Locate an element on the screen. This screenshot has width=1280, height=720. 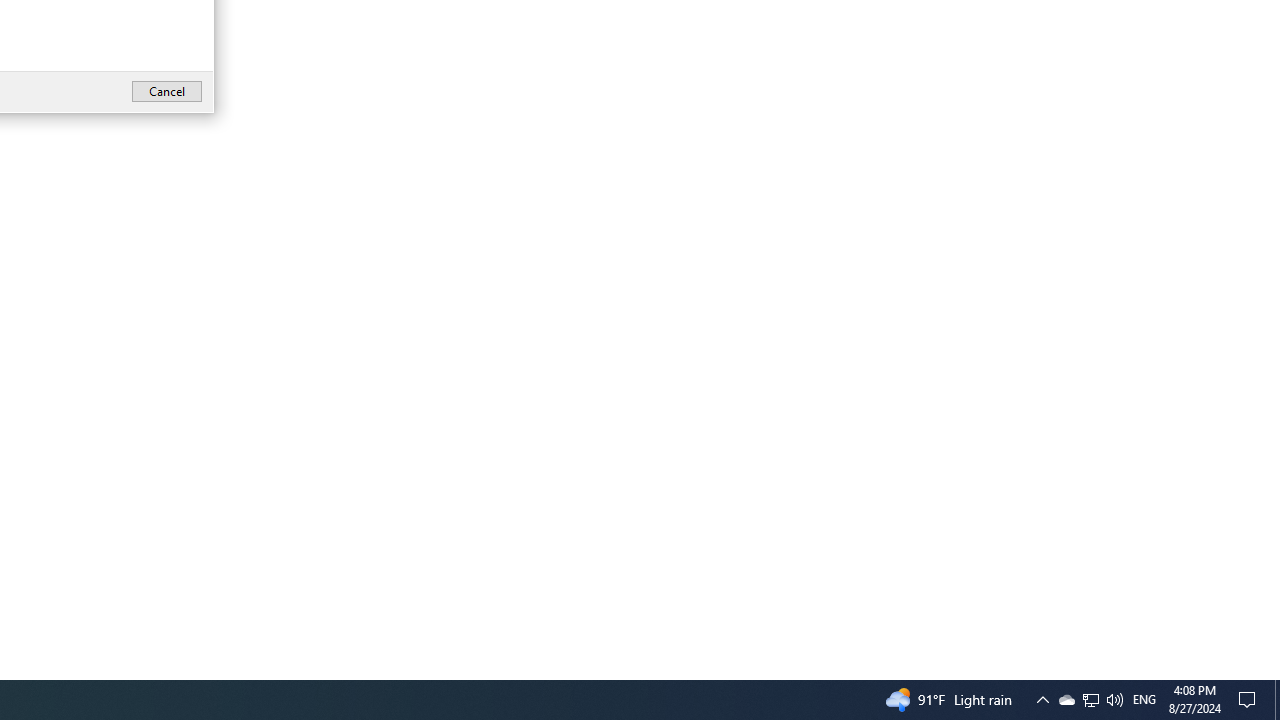
'Tray Input Indicator - English (United States)' is located at coordinates (1113, 698).